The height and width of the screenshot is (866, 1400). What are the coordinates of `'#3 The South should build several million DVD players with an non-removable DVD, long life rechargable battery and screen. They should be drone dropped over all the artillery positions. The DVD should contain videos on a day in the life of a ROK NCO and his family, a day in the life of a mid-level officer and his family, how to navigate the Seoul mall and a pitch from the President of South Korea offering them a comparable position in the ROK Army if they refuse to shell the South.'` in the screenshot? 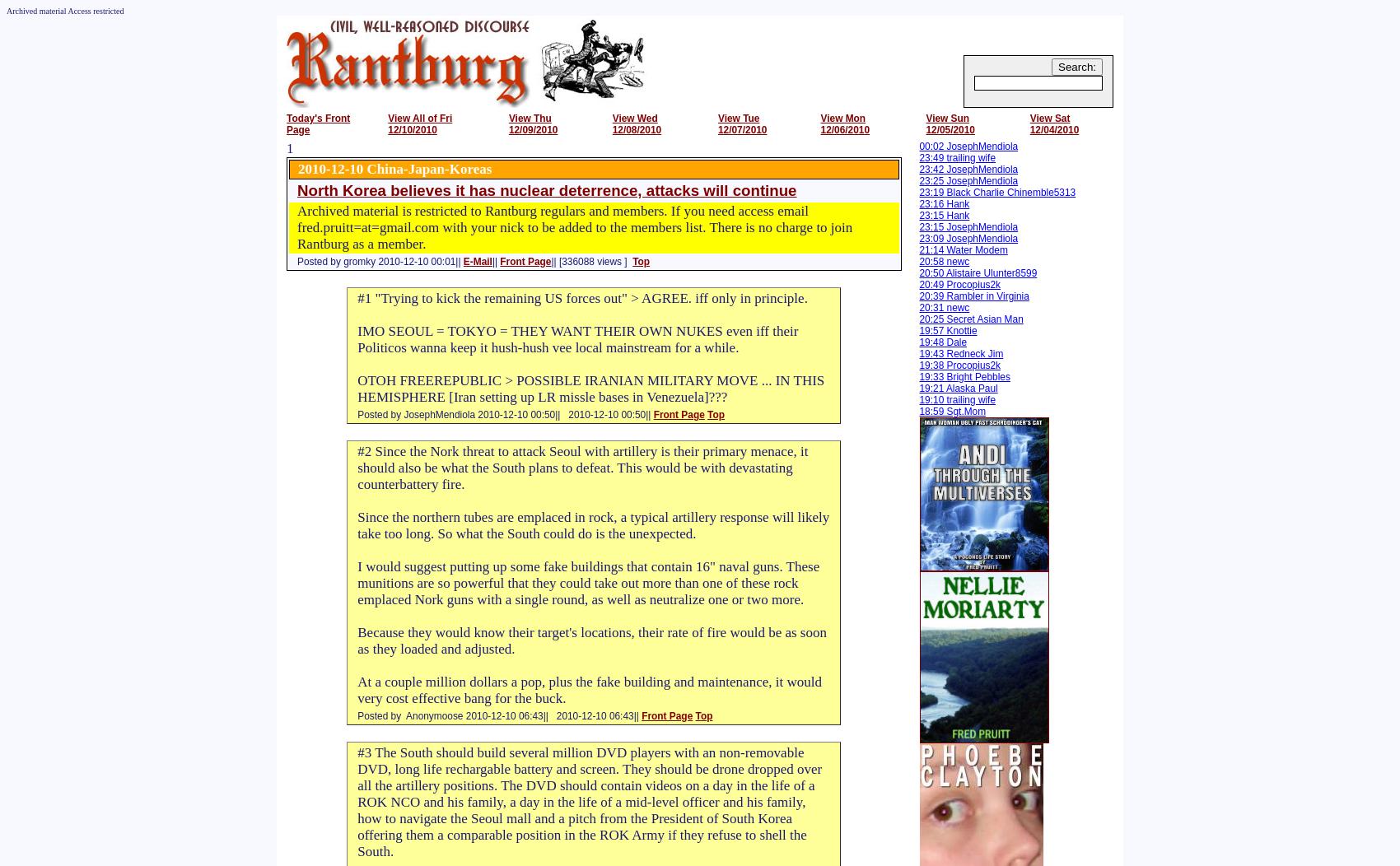 It's located at (590, 802).